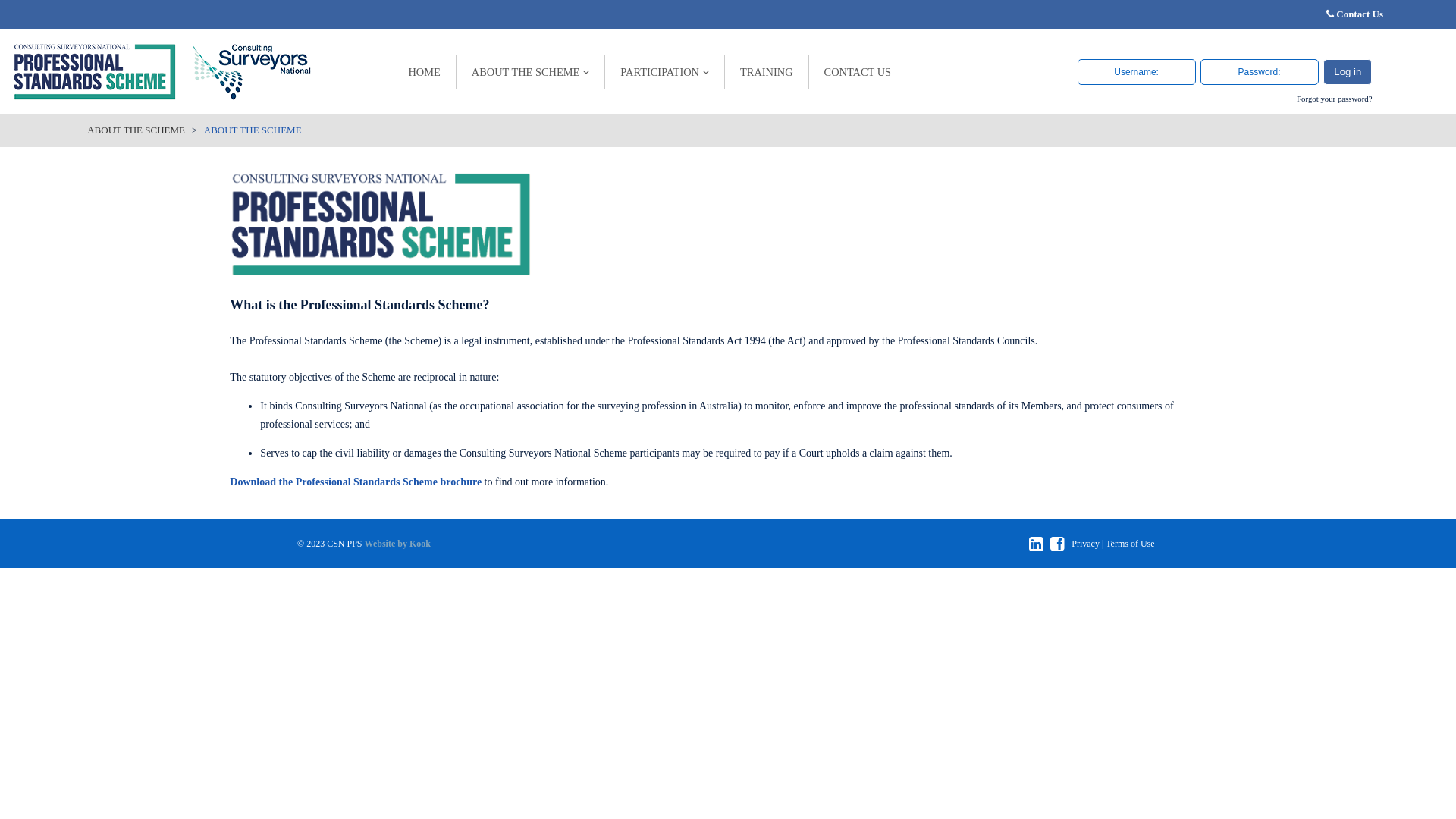 This screenshot has width=1456, height=819. What do you see at coordinates (424, 72) in the screenshot?
I see `'HOME'` at bounding box center [424, 72].